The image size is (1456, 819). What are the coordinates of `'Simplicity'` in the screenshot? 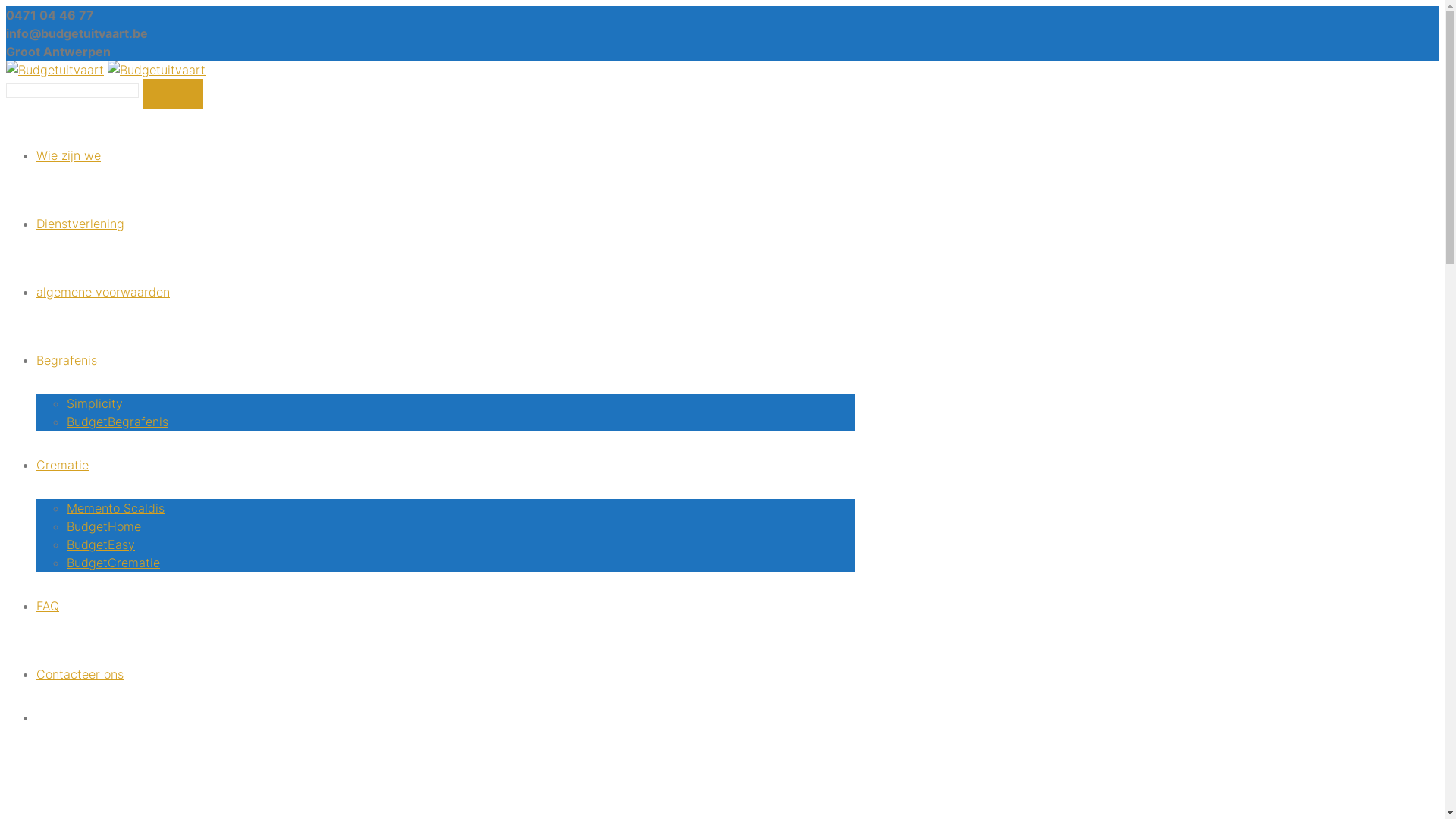 It's located at (93, 403).